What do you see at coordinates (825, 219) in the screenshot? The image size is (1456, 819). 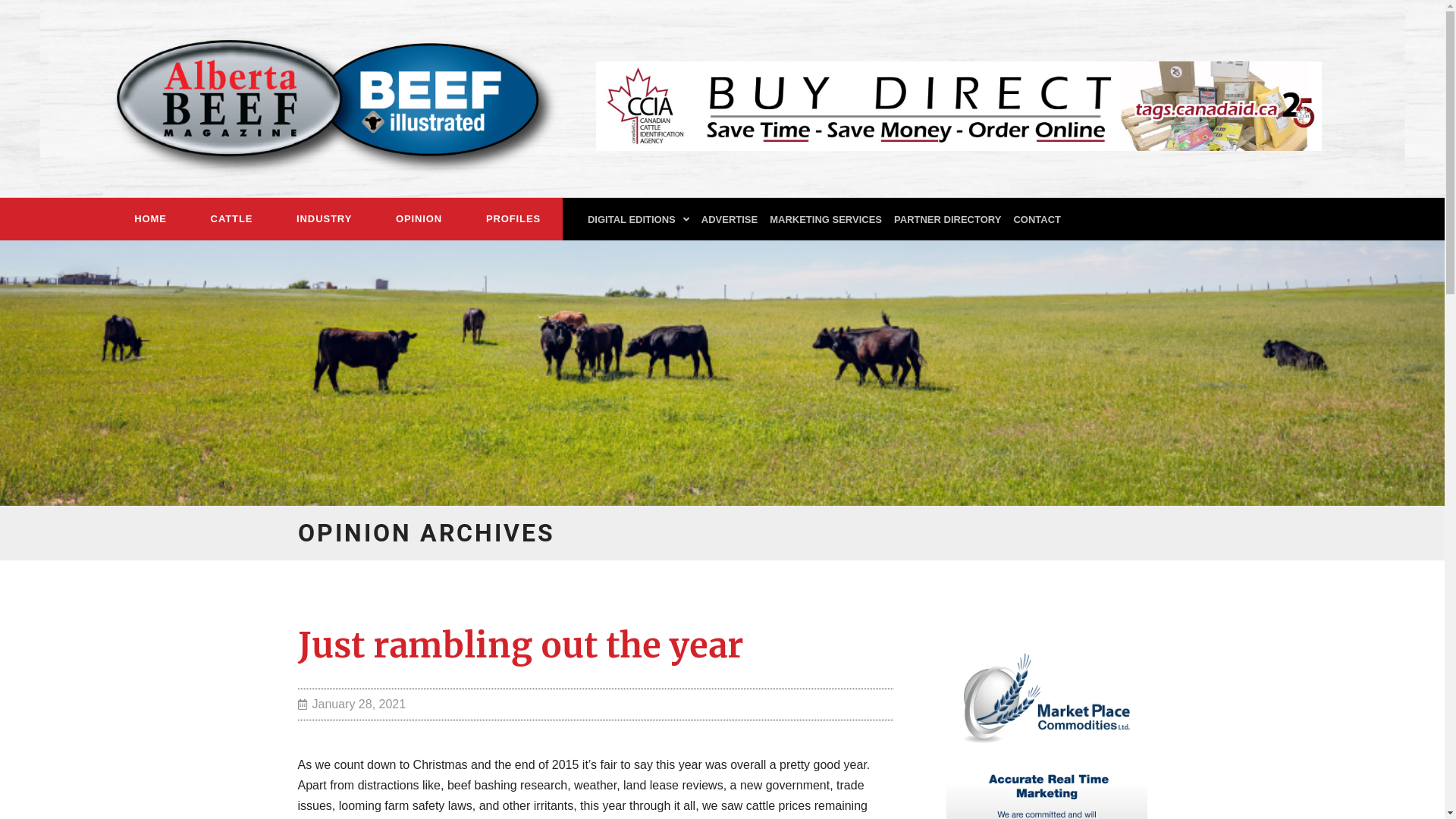 I see `'MARKETING SERVICES'` at bounding box center [825, 219].